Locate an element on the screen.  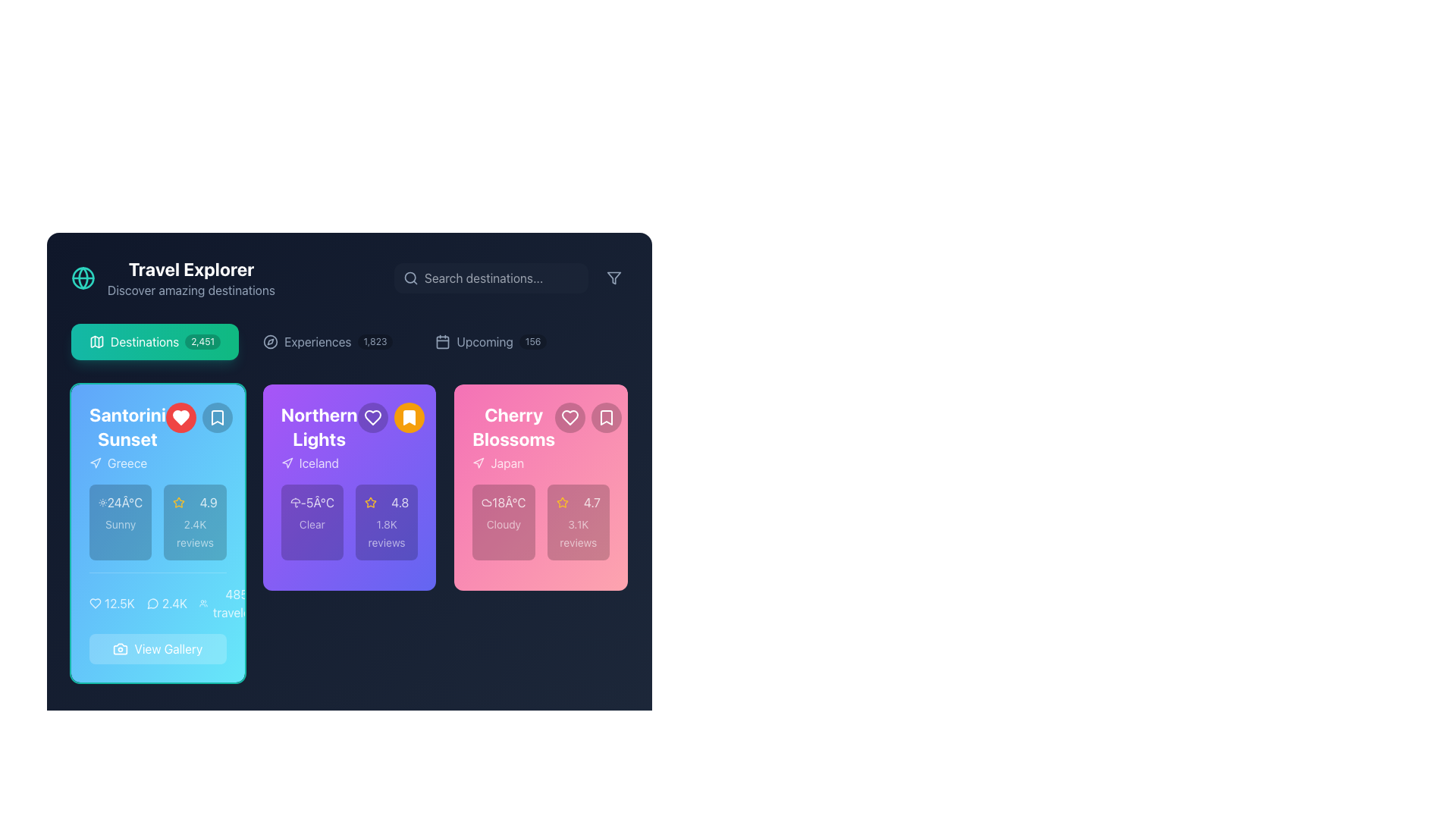
the visual style of the SVG Icon representing the 'Destinations' feature, positioned beside the text label 'Destinations' is located at coordinates (96, 342).